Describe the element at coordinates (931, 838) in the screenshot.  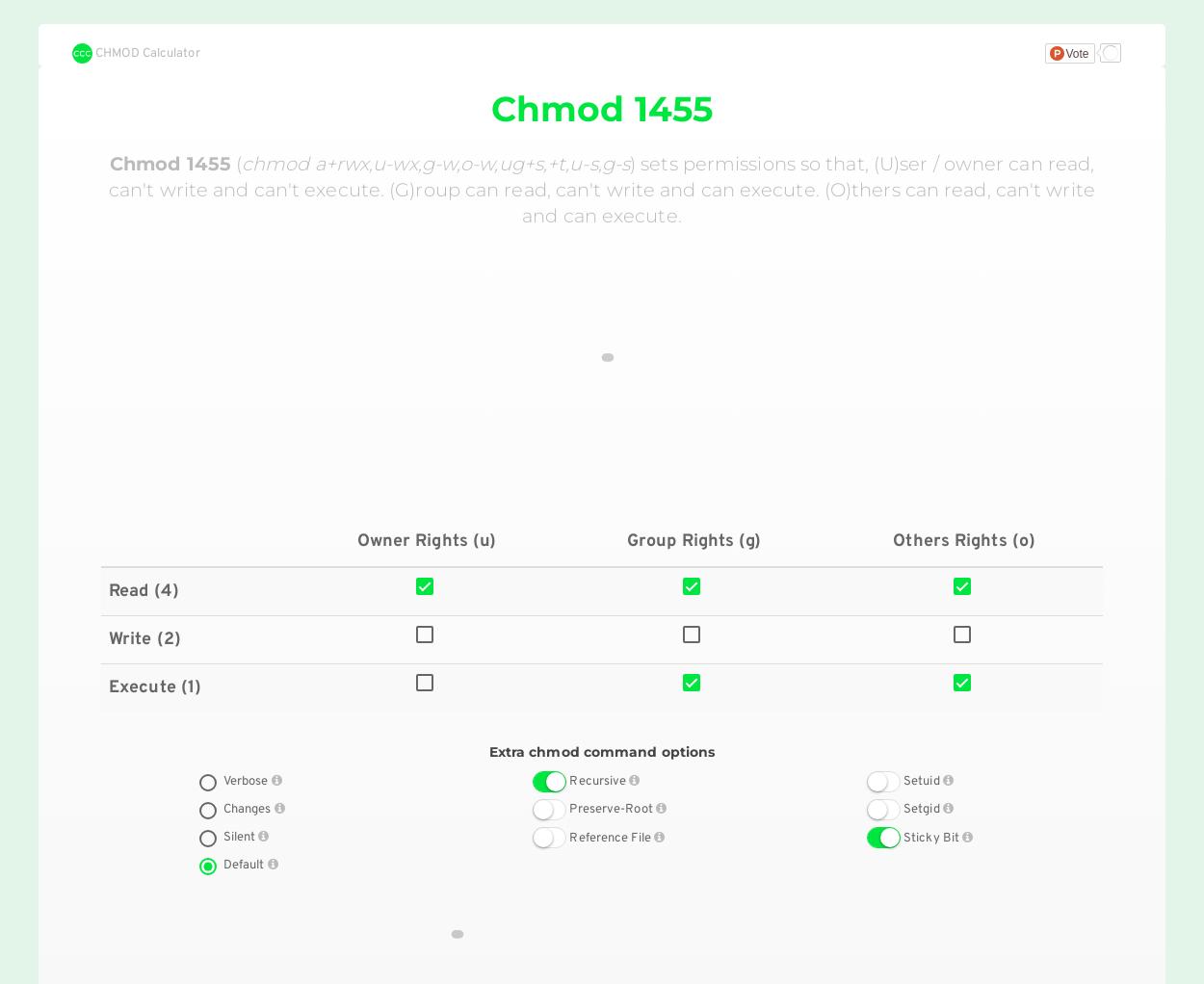
I see `'Sticky Bit'` at that location.